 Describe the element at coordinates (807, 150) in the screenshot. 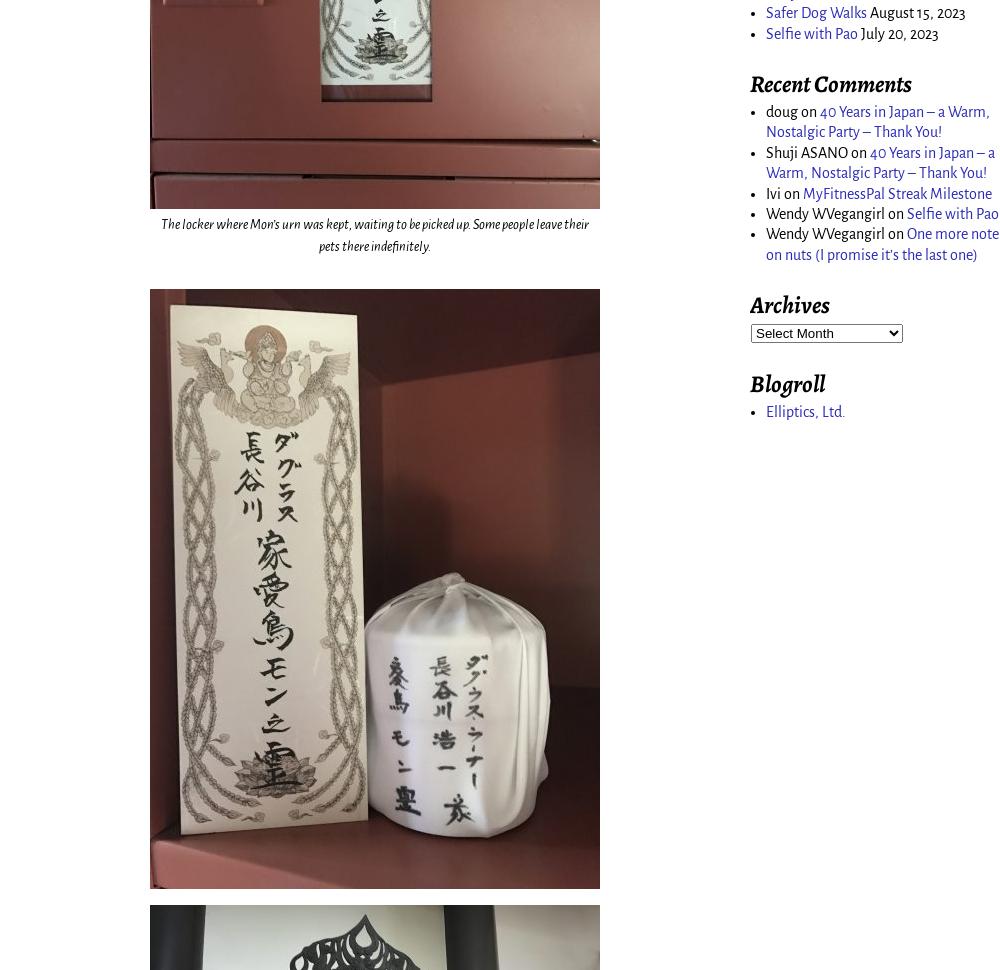

I see `'Shuji ASANO'` at that location.